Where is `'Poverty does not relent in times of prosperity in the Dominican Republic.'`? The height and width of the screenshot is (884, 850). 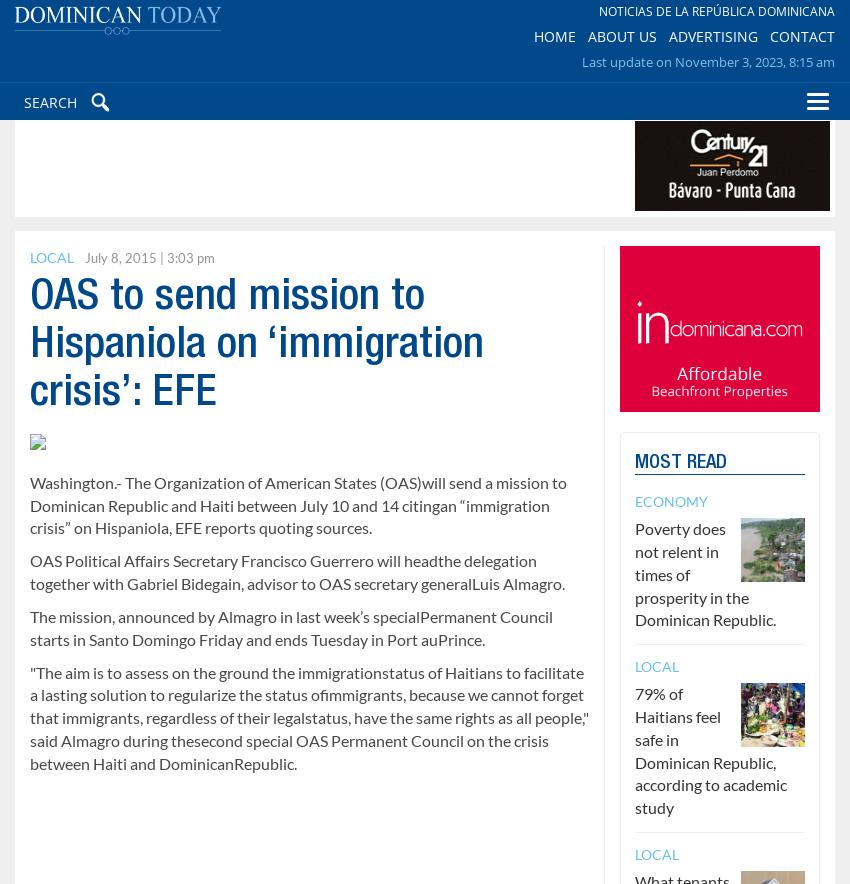 'Poverty does not relent in times of prosperity in the Dominican Republic.' is located at coordinates (704, 572).